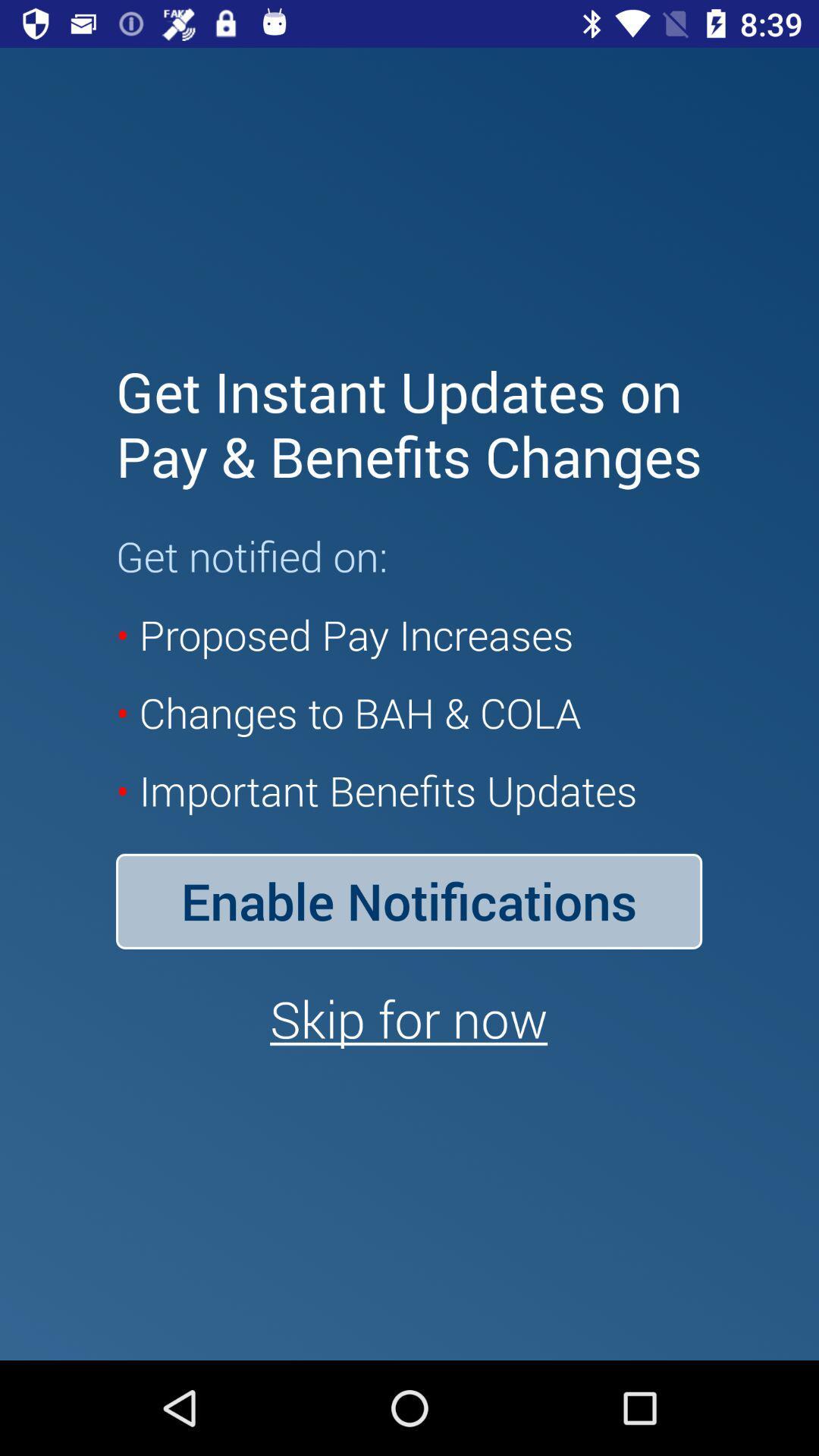 The image size is (819, 1456). What do you see at coordinates (408, 901) in the screenshot?
I see `the enable notifications` at bounding box center [408, 901].